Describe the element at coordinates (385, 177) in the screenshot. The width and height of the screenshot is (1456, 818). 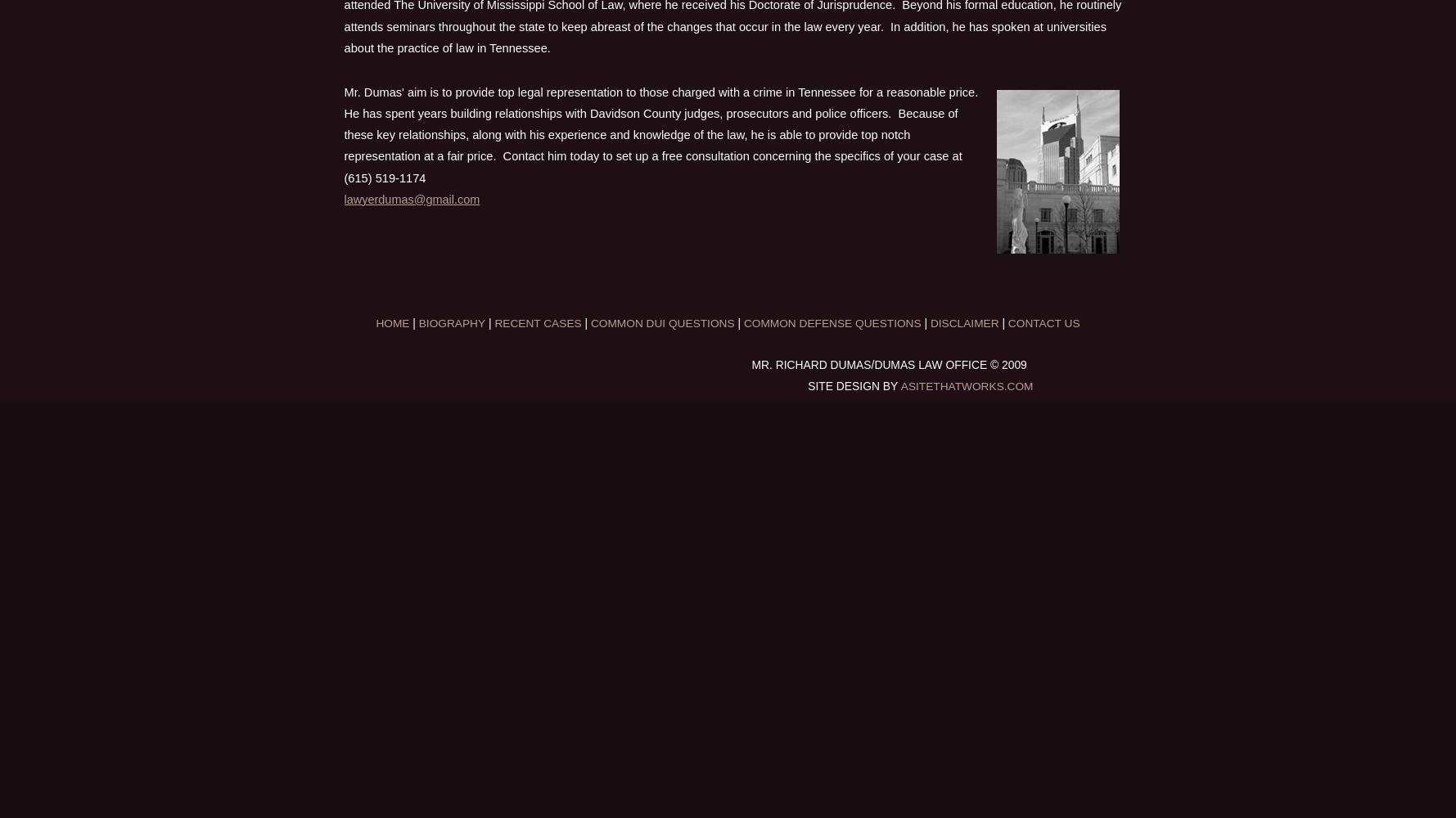
I see `'(615) 519-1174'` at that location.